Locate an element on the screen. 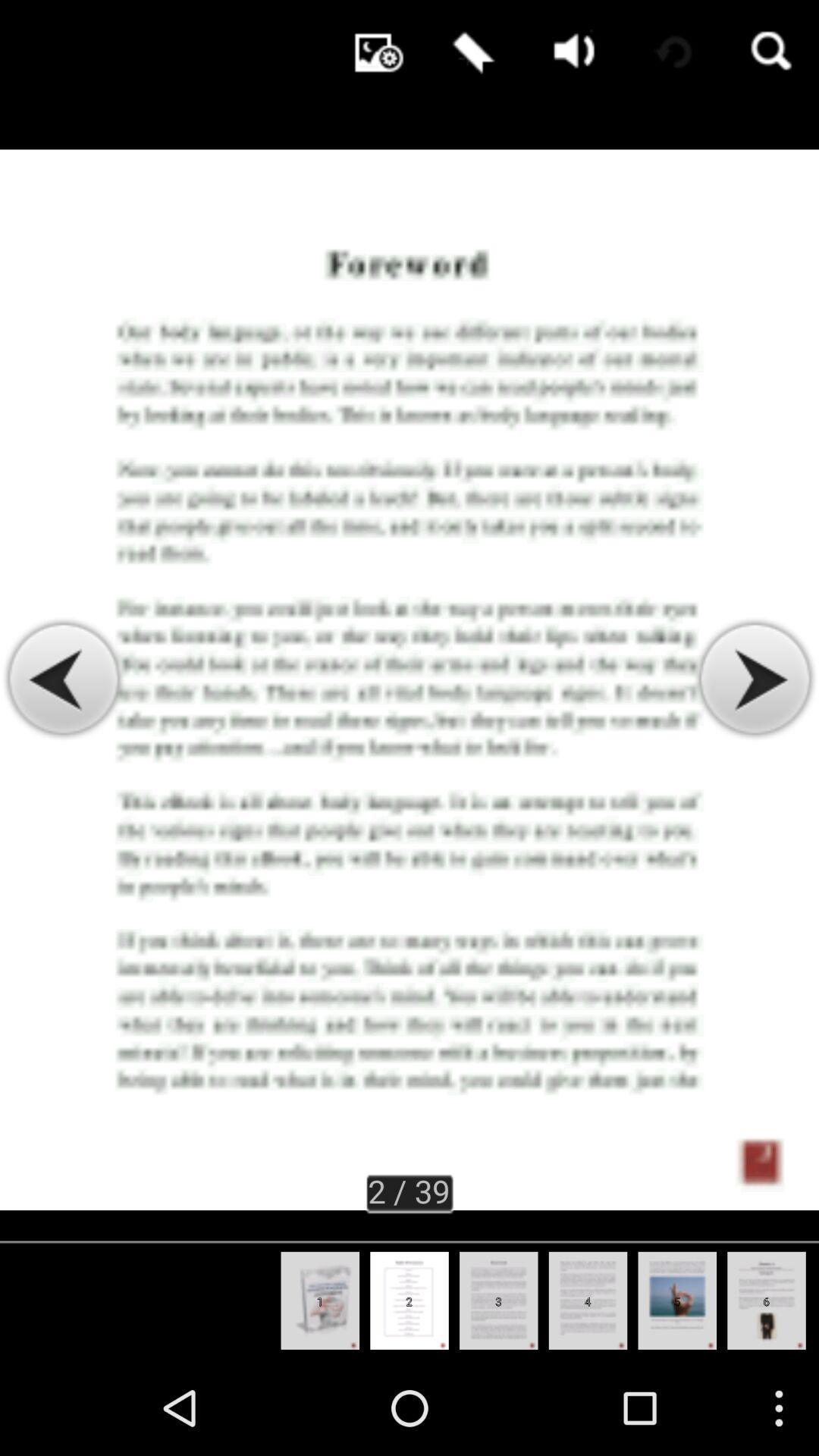 This screenshot has height=1456, width=819. the navigation icon is located at coordinates (754, 726).